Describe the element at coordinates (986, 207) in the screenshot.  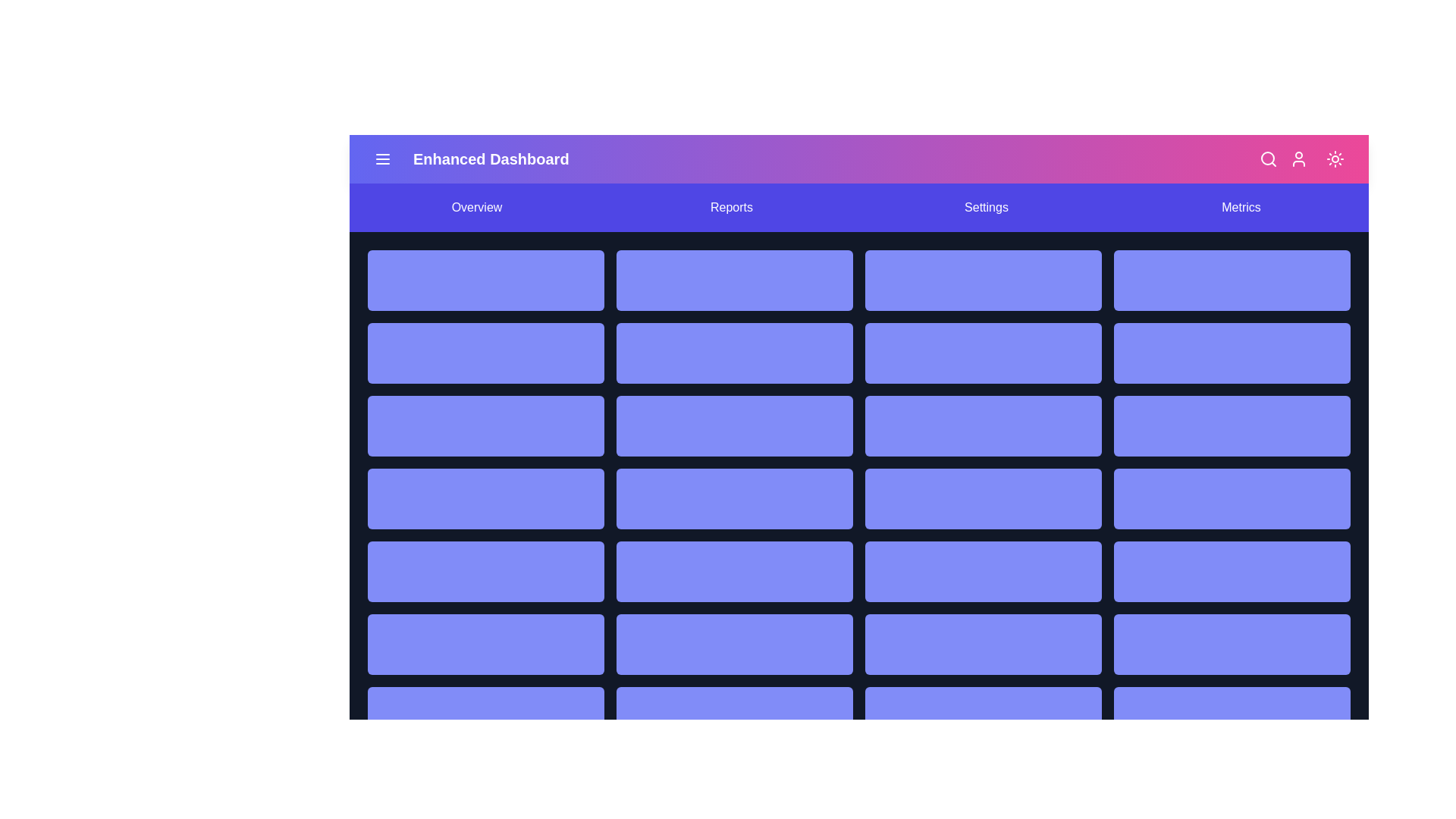
I see `the Settings navigation link` at that location.